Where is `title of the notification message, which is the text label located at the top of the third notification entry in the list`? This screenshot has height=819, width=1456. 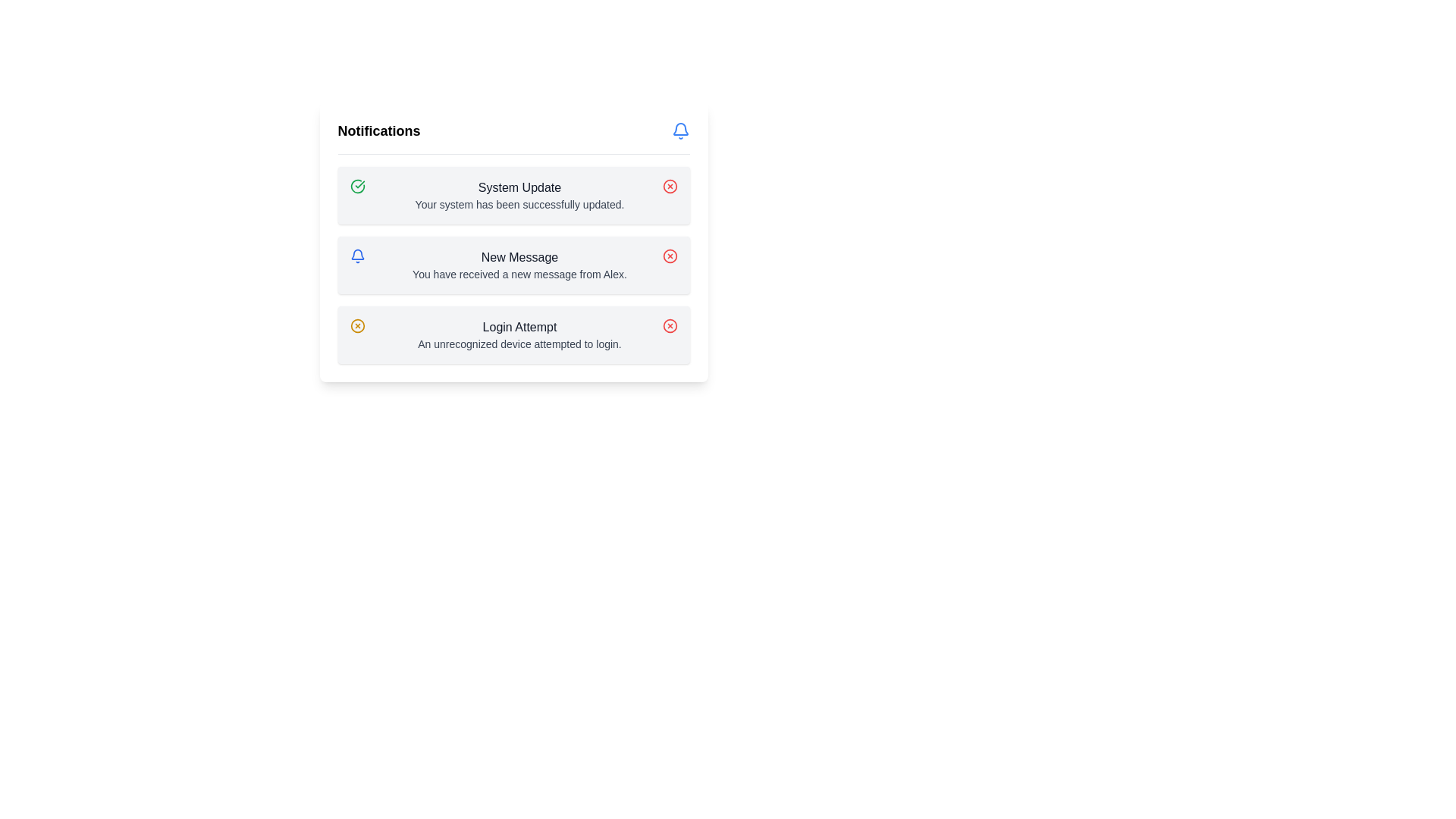 title of the notification message, which is the text label located at the top of the third notification entry in the list is located at coordinates (519, 327).